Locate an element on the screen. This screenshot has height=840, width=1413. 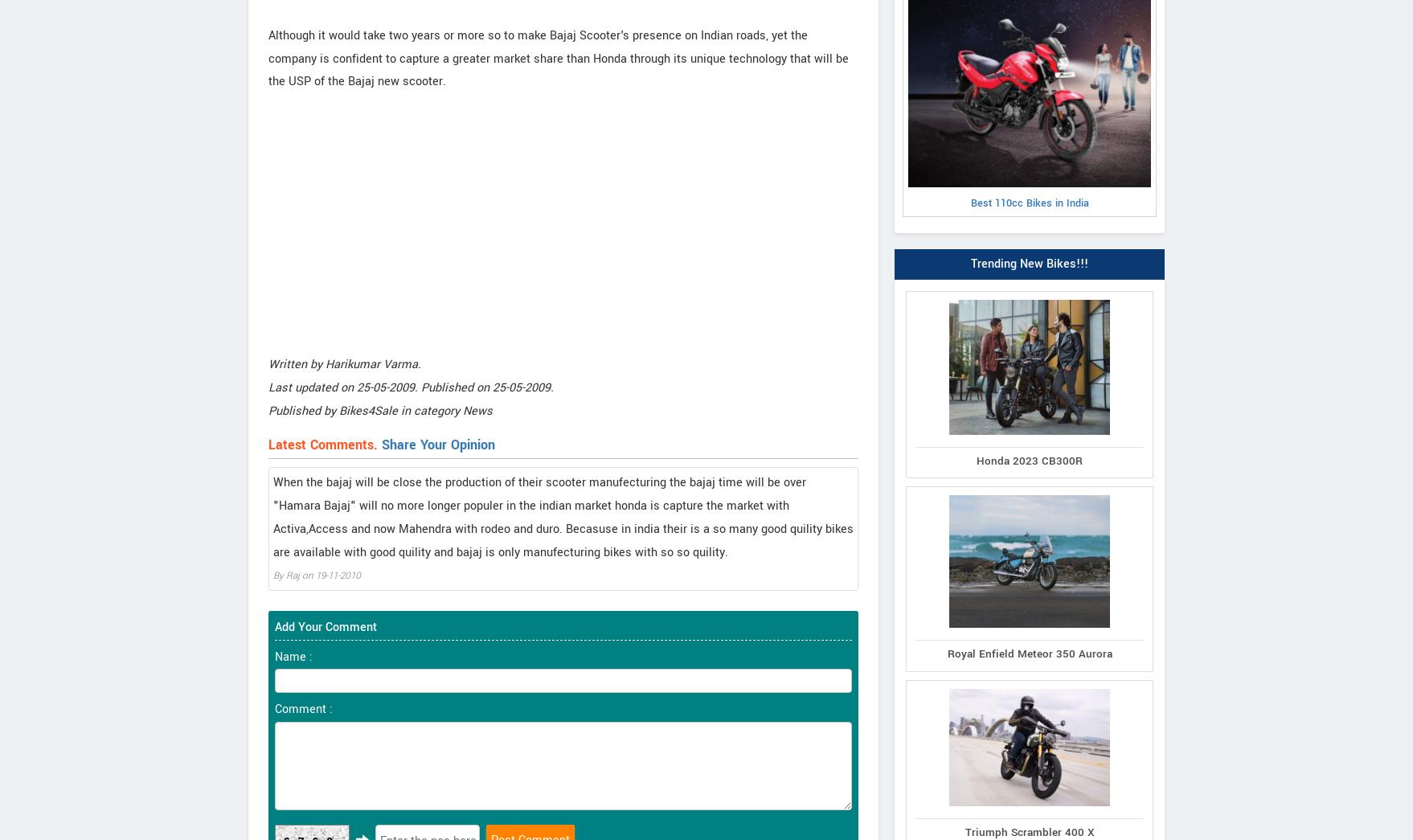
'Add Your Comment' is located at coordinates (326, 626).